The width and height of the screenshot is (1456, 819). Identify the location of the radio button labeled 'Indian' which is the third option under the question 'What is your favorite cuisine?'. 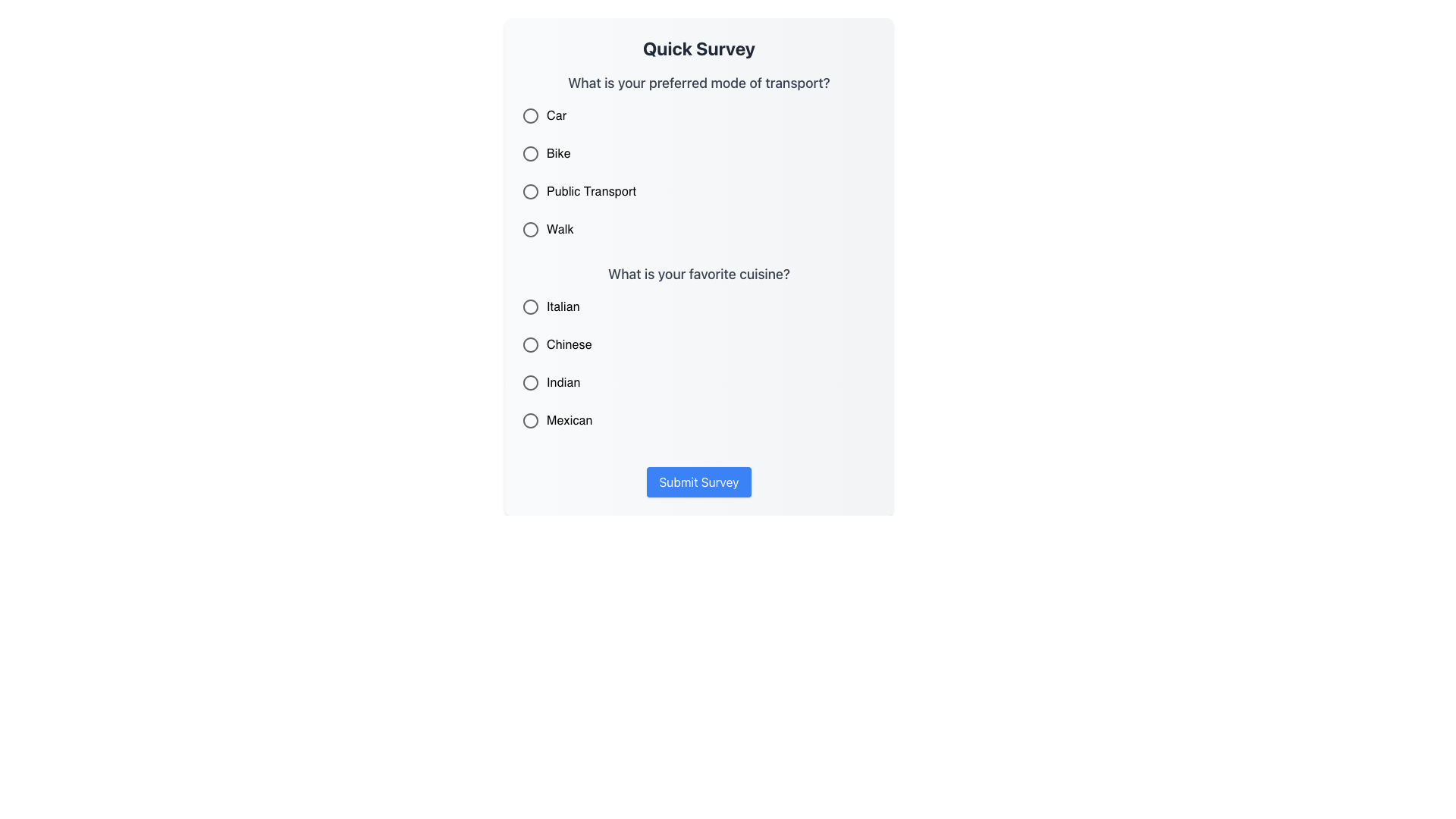
(688, 382).